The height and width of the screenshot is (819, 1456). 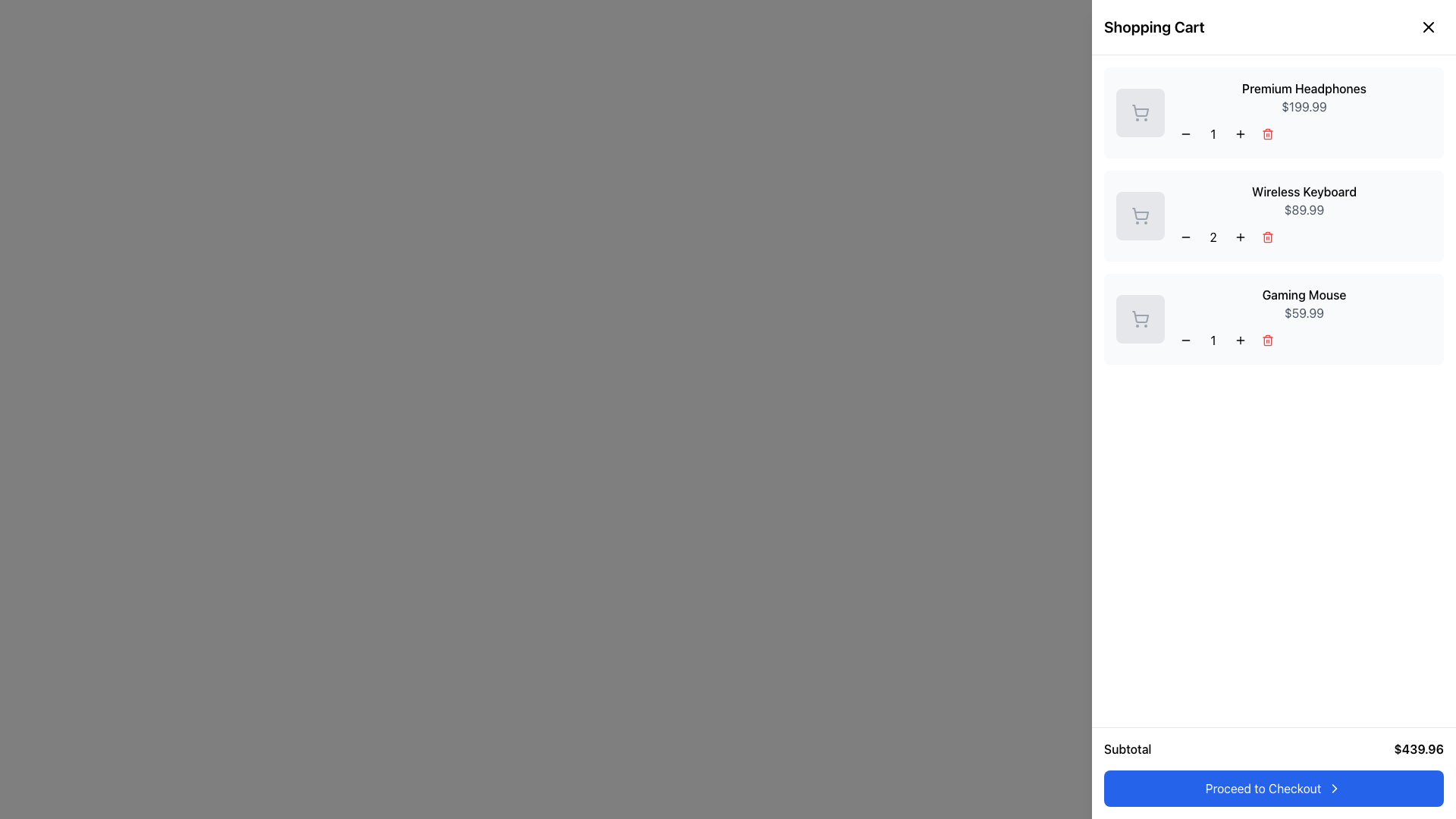 What do you see at coordinates (1267, 133) in the screenshot?
I see `the red trash icon button, which is styled with a minimalistic design and located adjacent to the quantity selection in a shopping cart interface` at bounding box center [1267, 133].